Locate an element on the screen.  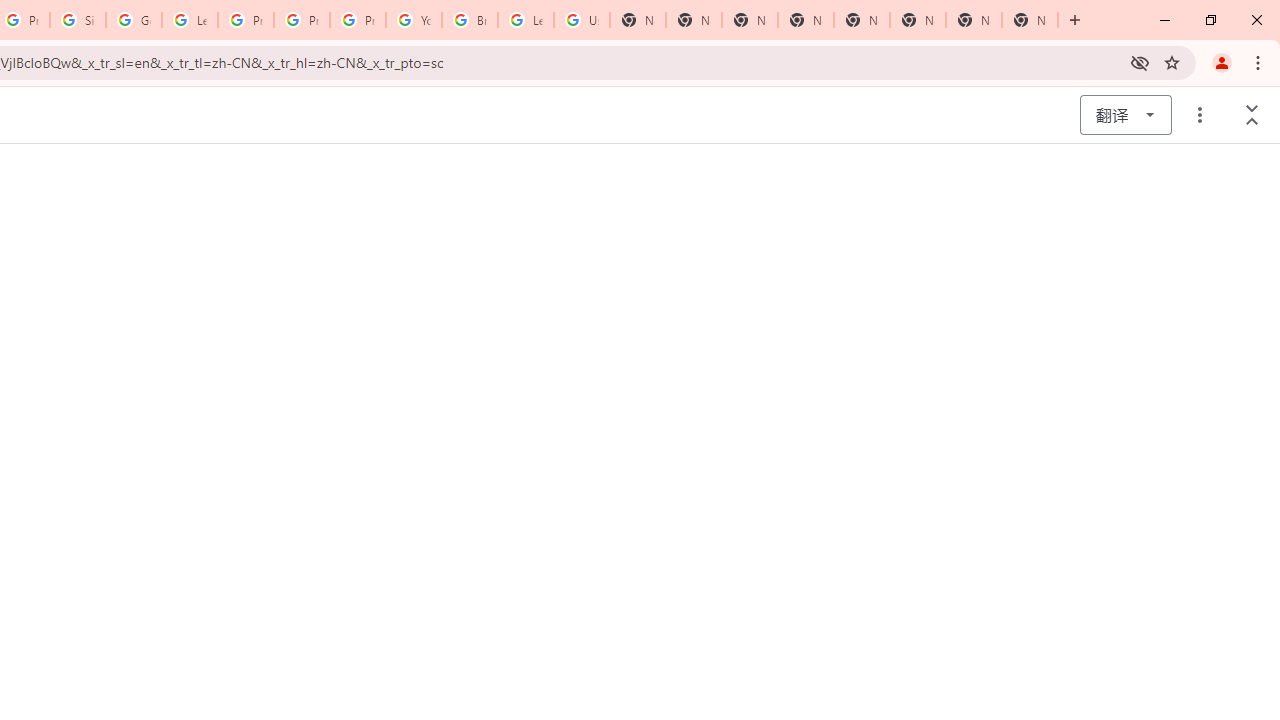
'YouTube' is located at coordinates (413, 20).